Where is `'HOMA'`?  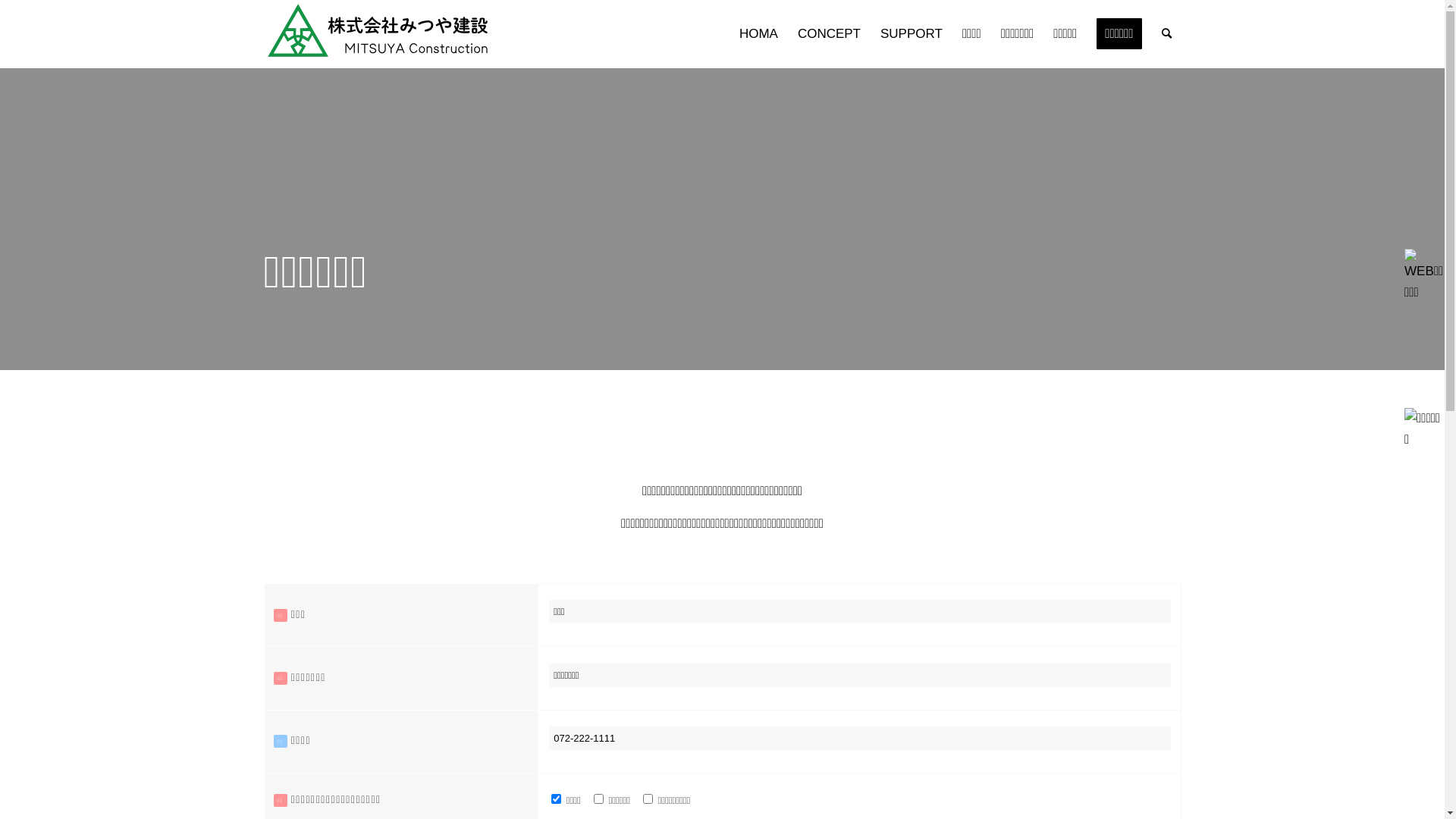
'HOMA' is located at coordinates (758, 34).